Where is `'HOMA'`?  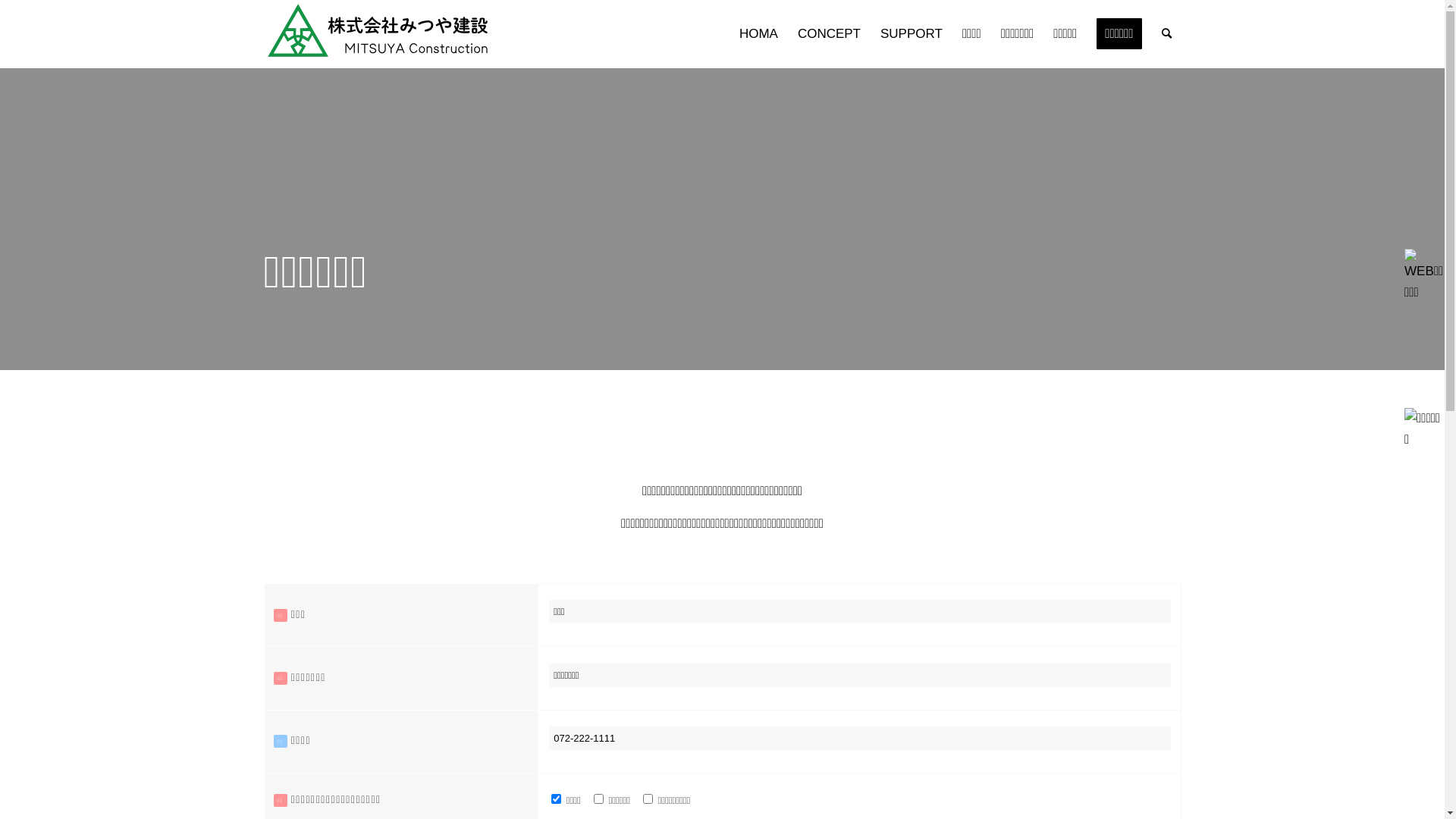
'HOMA' is located at coordinates (758, 34).